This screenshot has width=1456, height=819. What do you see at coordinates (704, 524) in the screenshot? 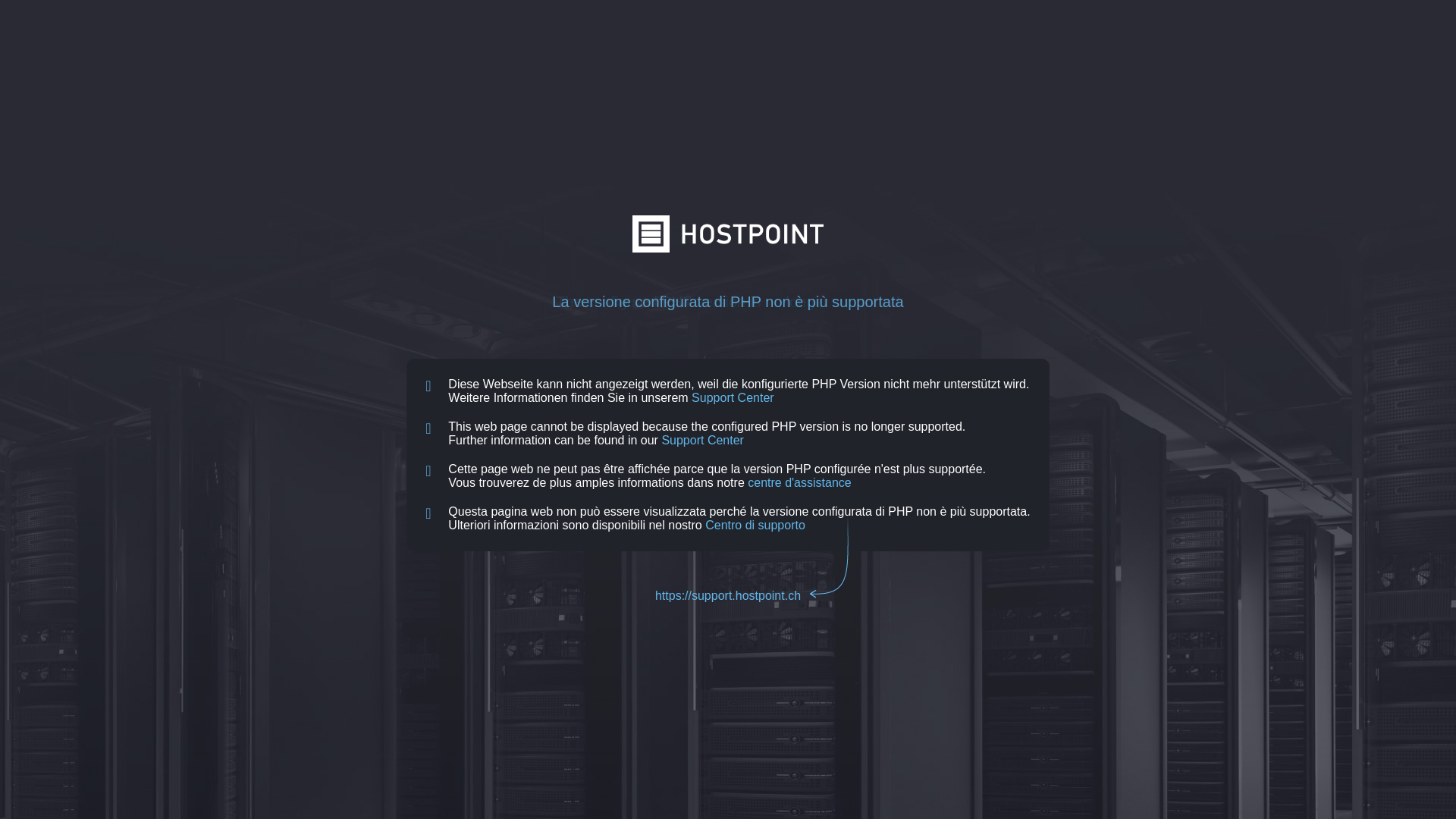
I see `'Centro di supporto'` at bounding box center [704, 524].